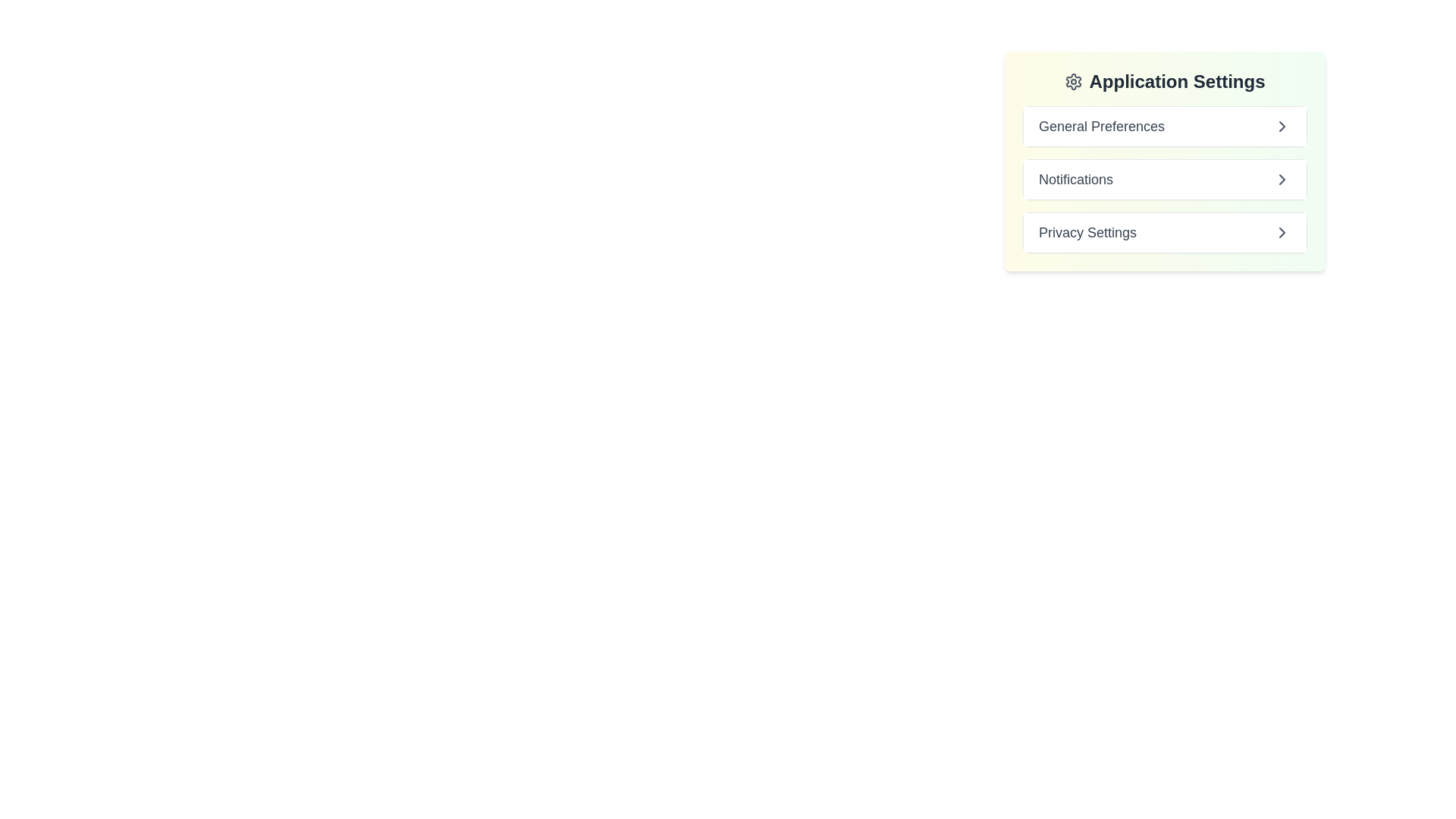 This screenshot has width=1456, height=819. I want to click on the first interactive list item in the 'Application Settings' card, so click(1164, 125).